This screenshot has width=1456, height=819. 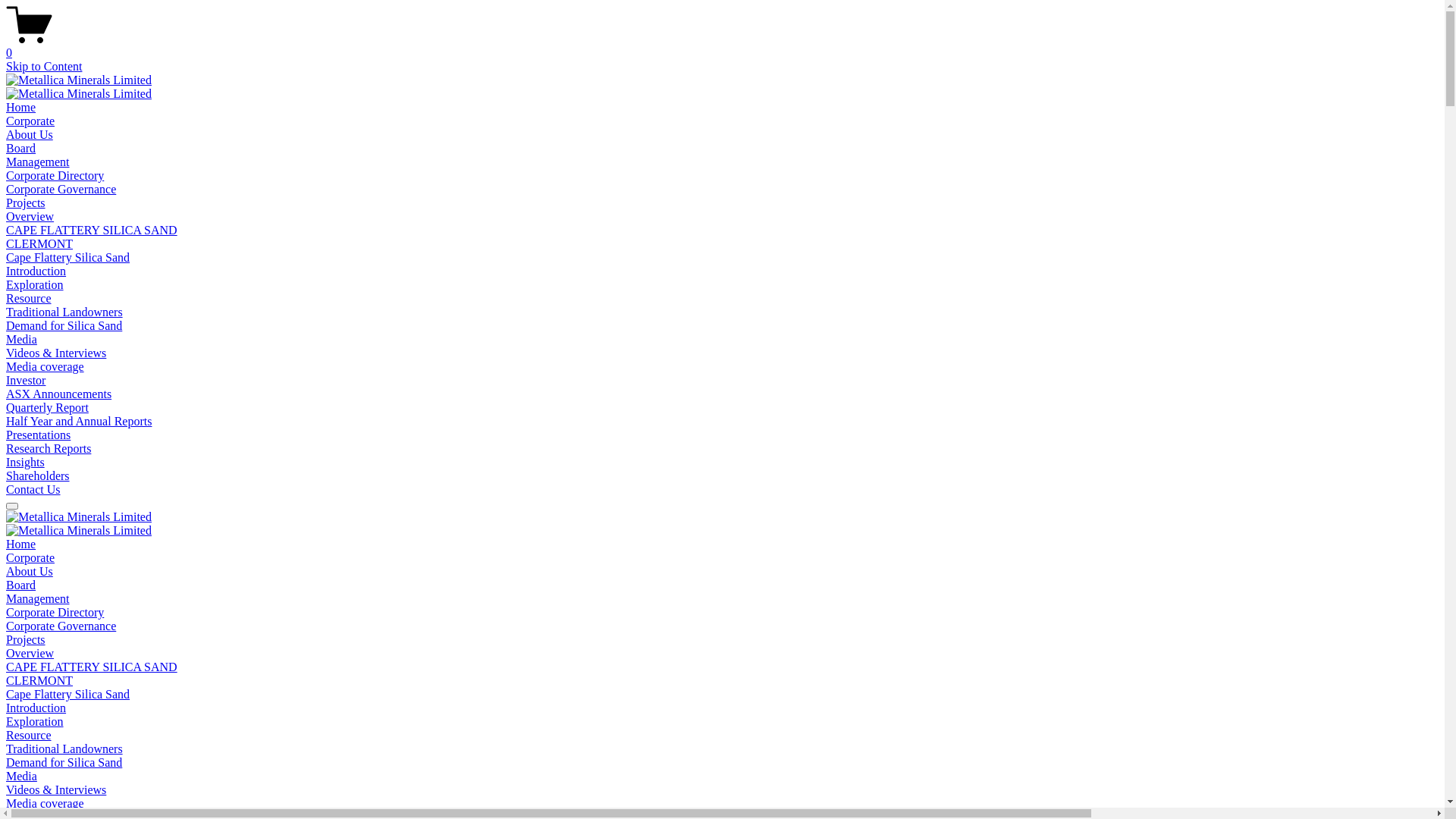 What do you see at coordinates (6, 270) in the screenshot?
I see `'Introduction'` at bounding box center [6, 270].